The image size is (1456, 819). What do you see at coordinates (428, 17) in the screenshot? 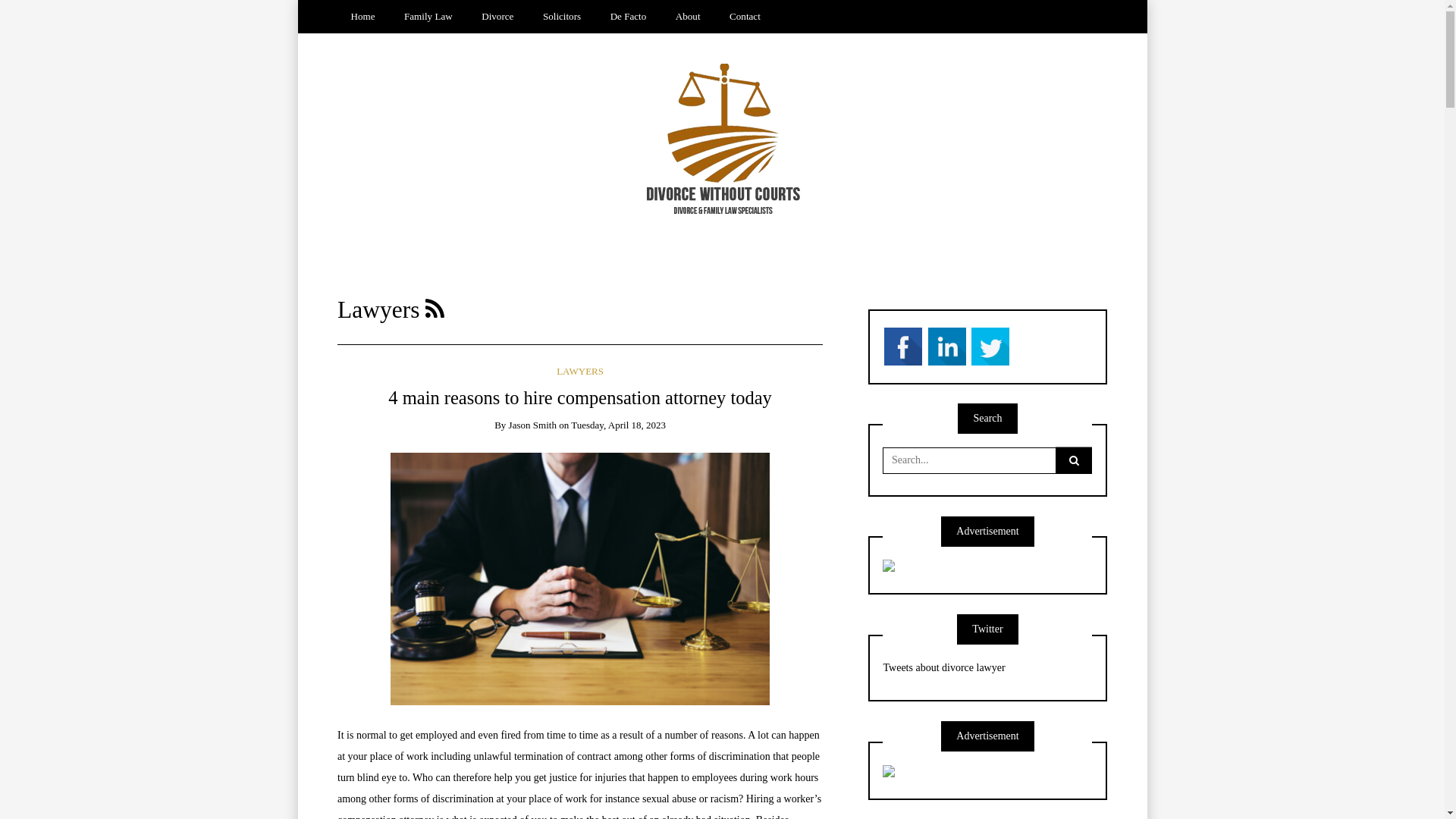
I see `'Family Law'` at bounding box center [428, 17].